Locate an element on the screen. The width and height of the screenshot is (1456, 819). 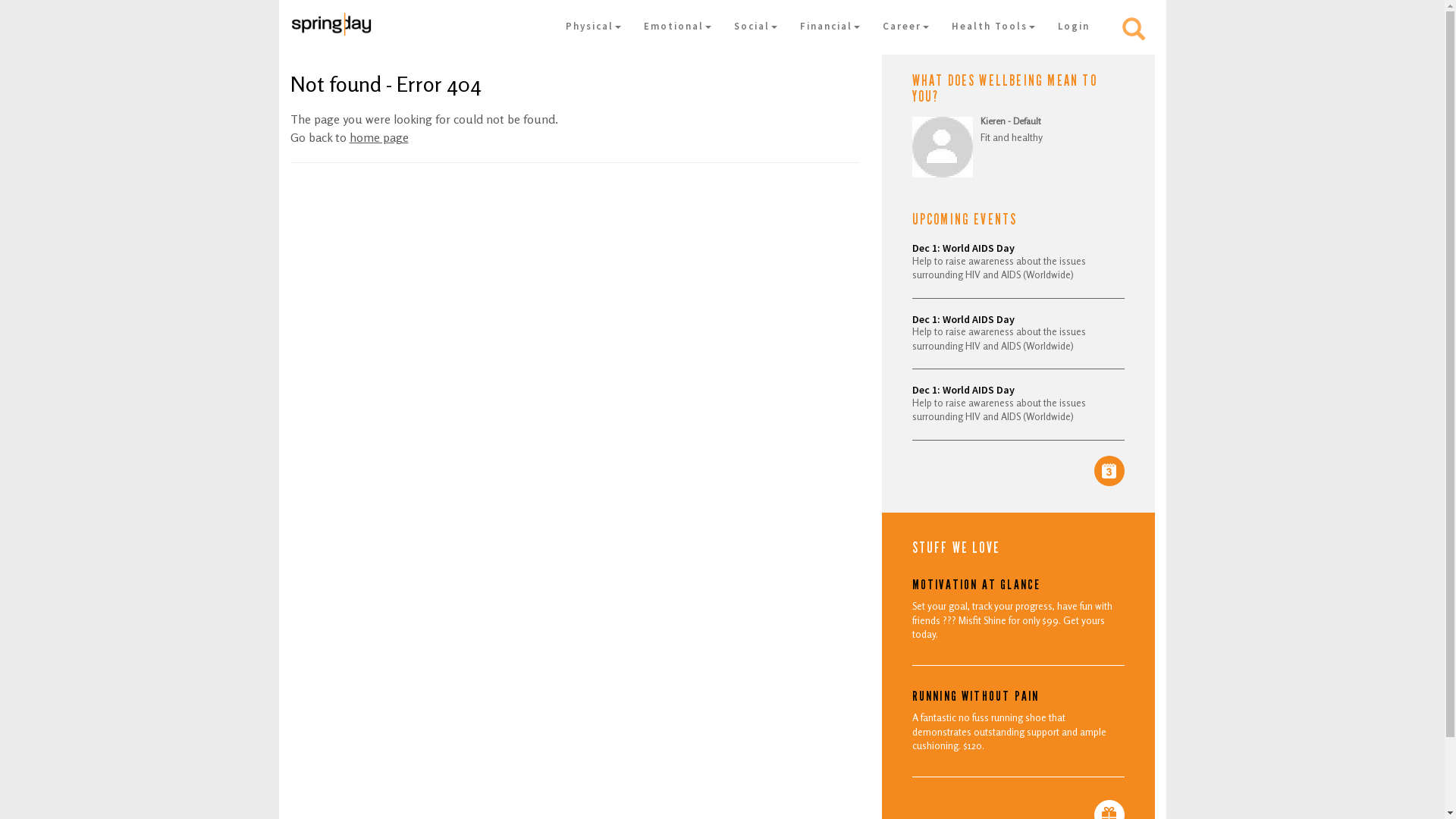
'Login' is located at coordinates (1073, 26).